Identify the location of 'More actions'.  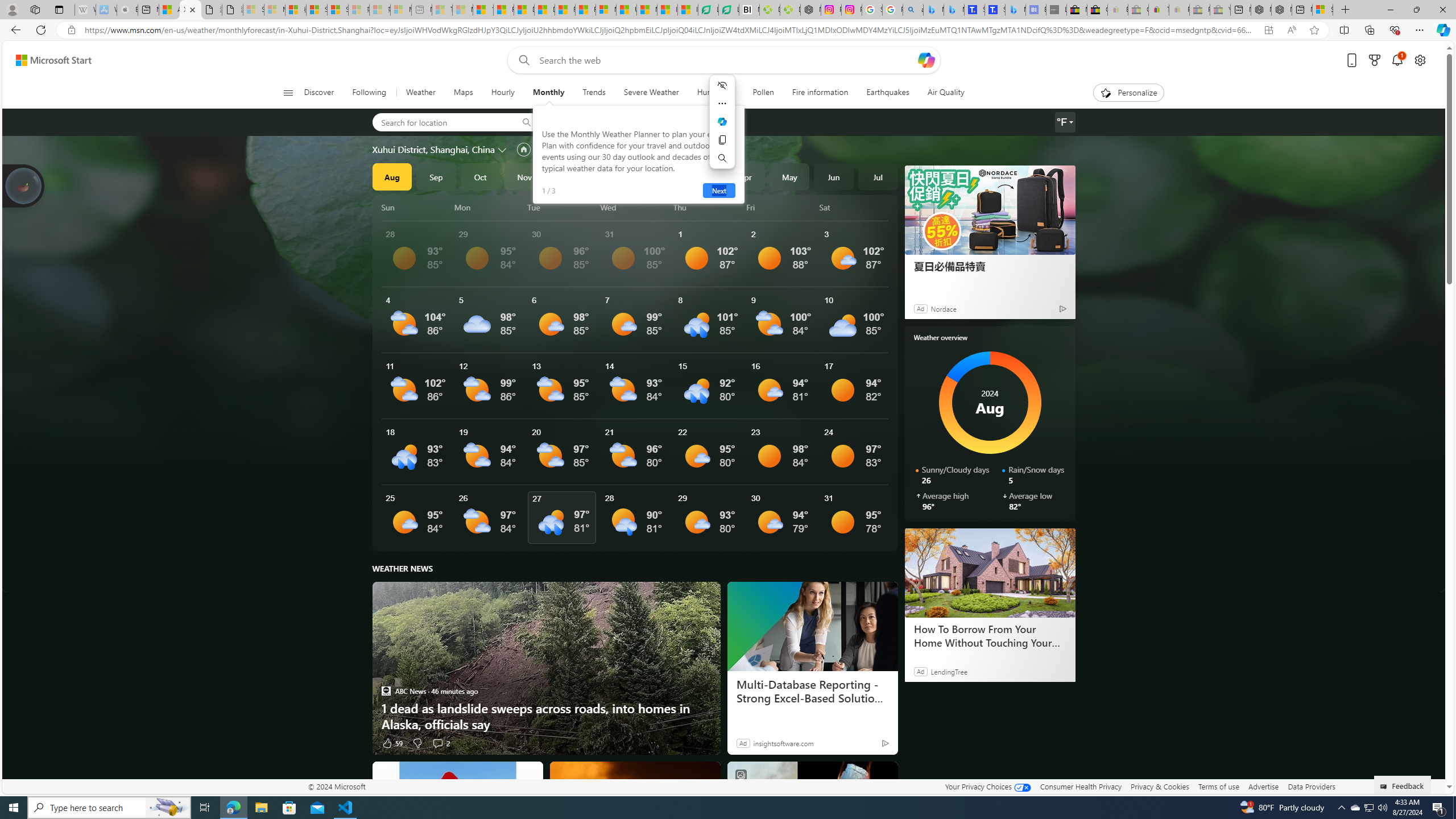
(723, 103).